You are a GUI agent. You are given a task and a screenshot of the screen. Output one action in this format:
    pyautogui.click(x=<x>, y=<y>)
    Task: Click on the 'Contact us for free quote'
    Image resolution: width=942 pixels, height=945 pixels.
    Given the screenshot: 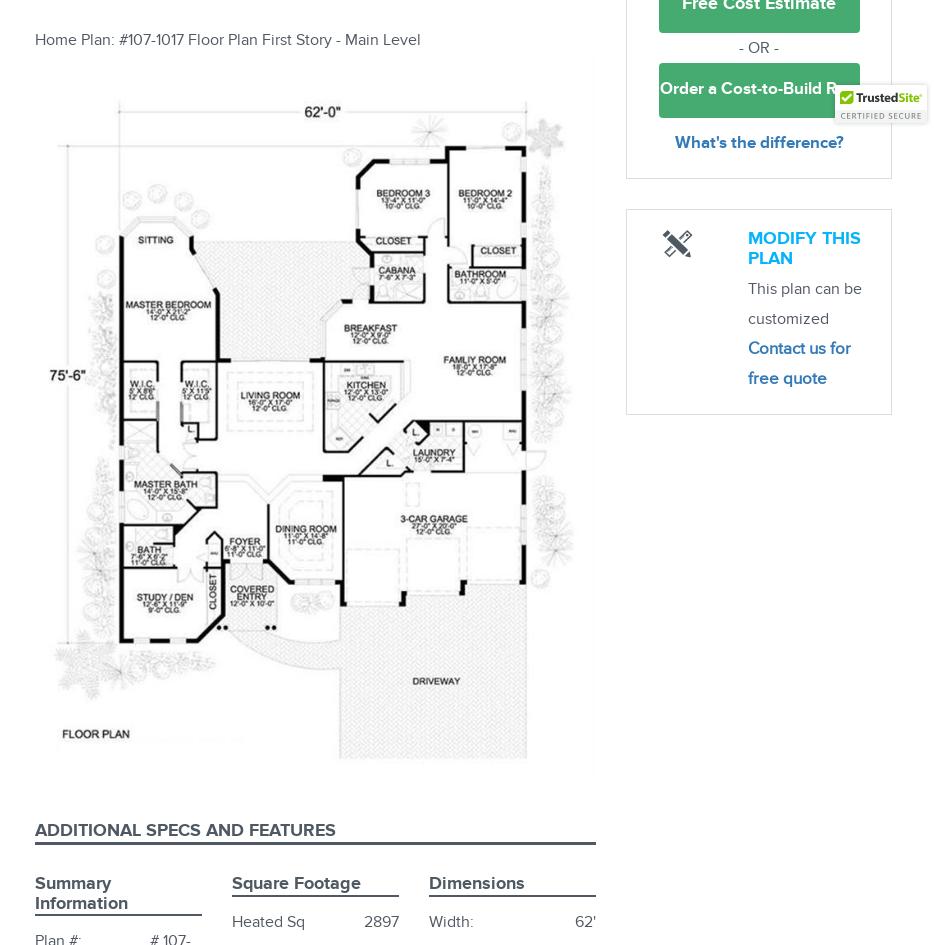 What is the action you would take?
    pyautogui.click(x=799, y=363)
    